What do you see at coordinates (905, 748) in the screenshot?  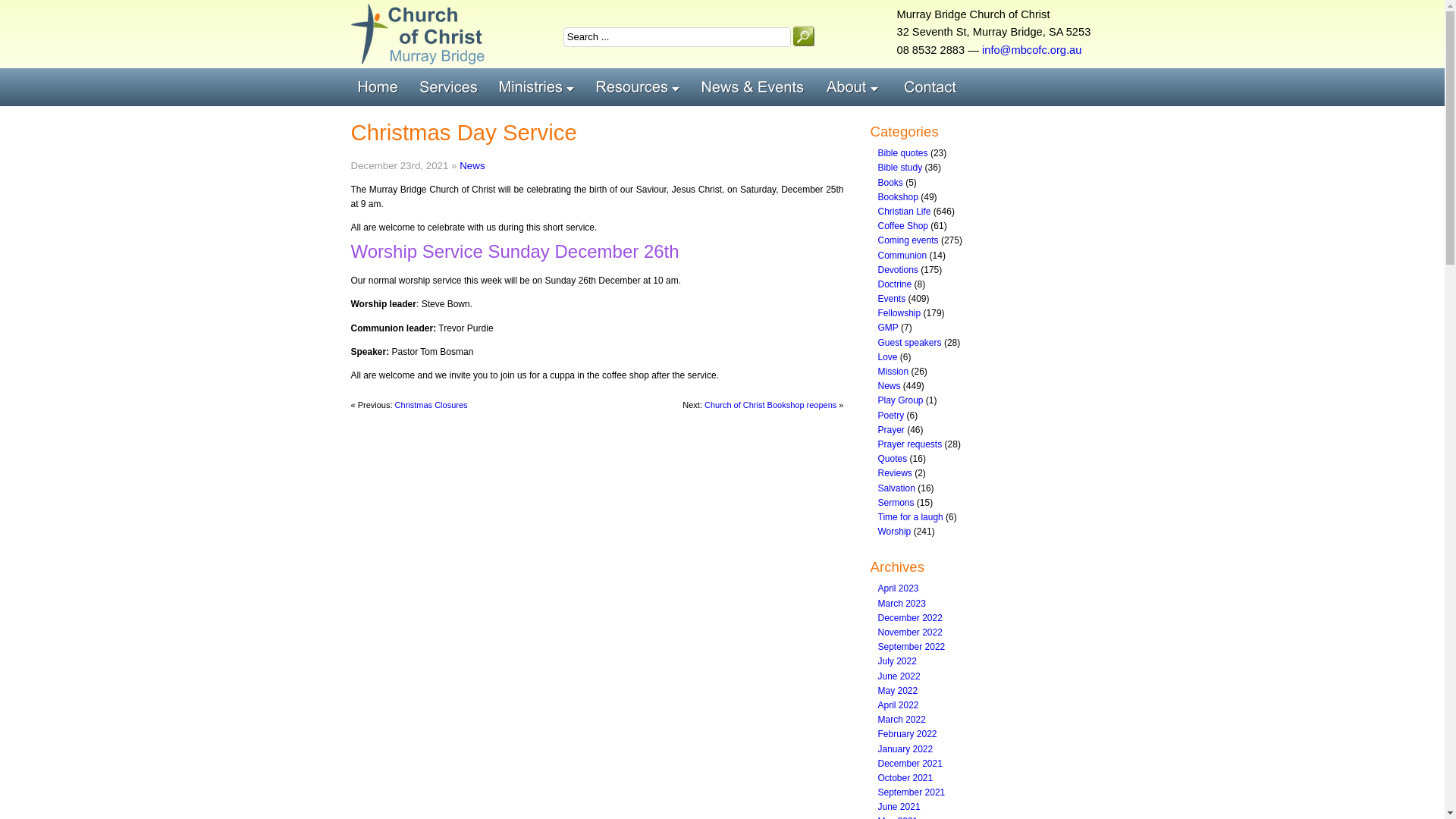 I see `'January 2022'` at bounding box center [905, 748].